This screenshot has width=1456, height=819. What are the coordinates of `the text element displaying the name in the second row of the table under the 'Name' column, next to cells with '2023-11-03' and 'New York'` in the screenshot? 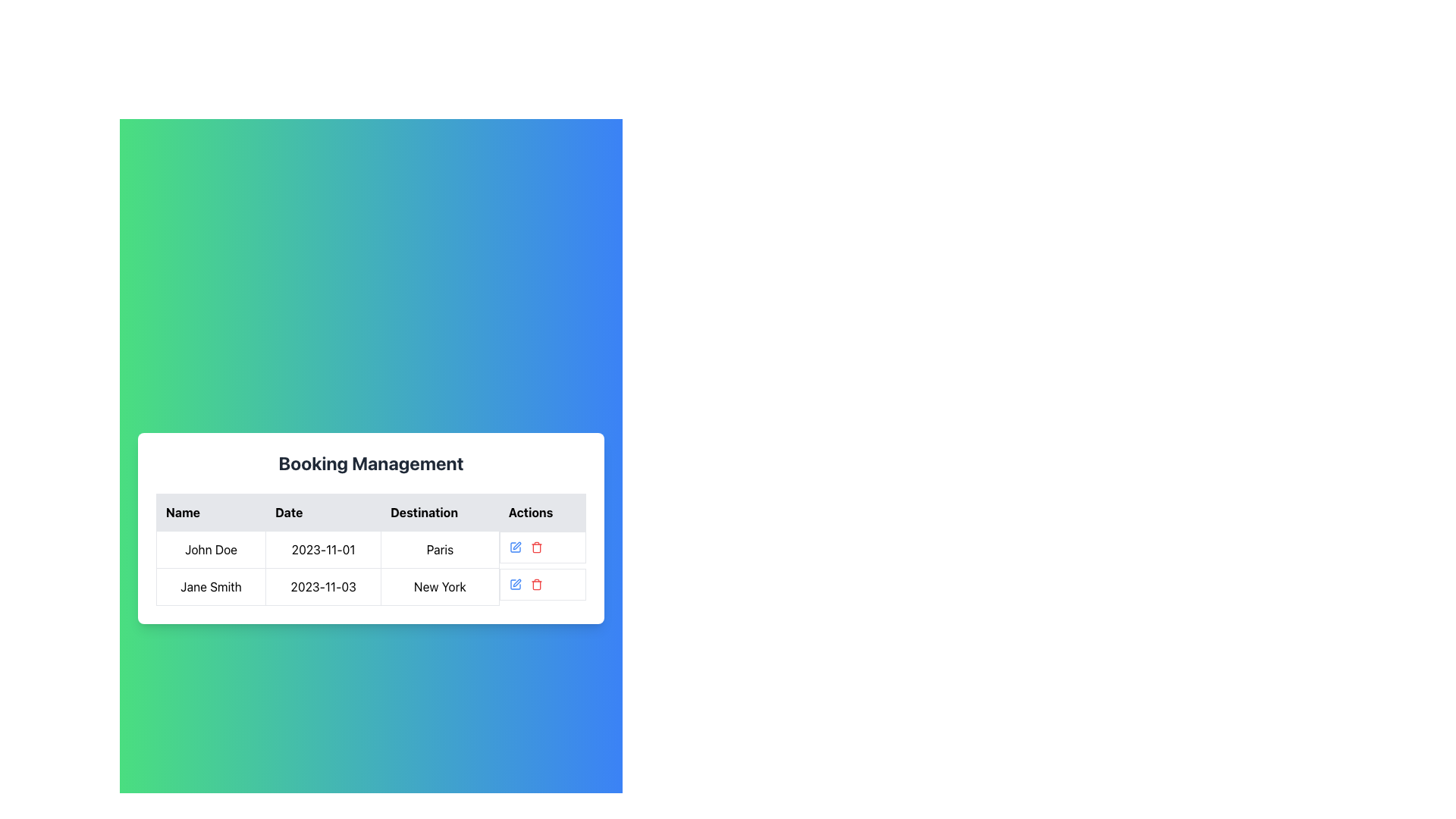 It's located at (210, 586).